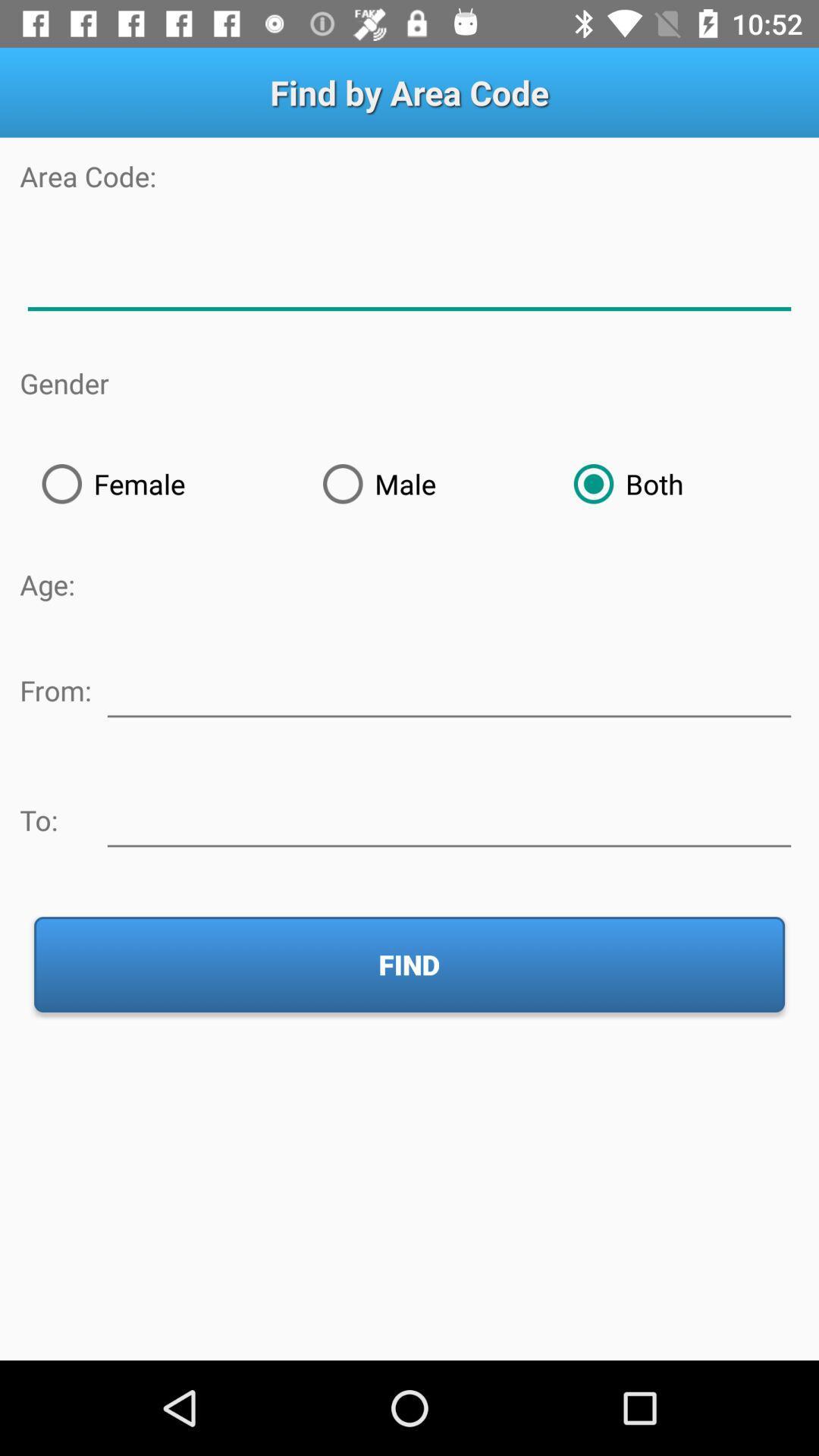  I want to click on the item next to both, so click(426, 483).